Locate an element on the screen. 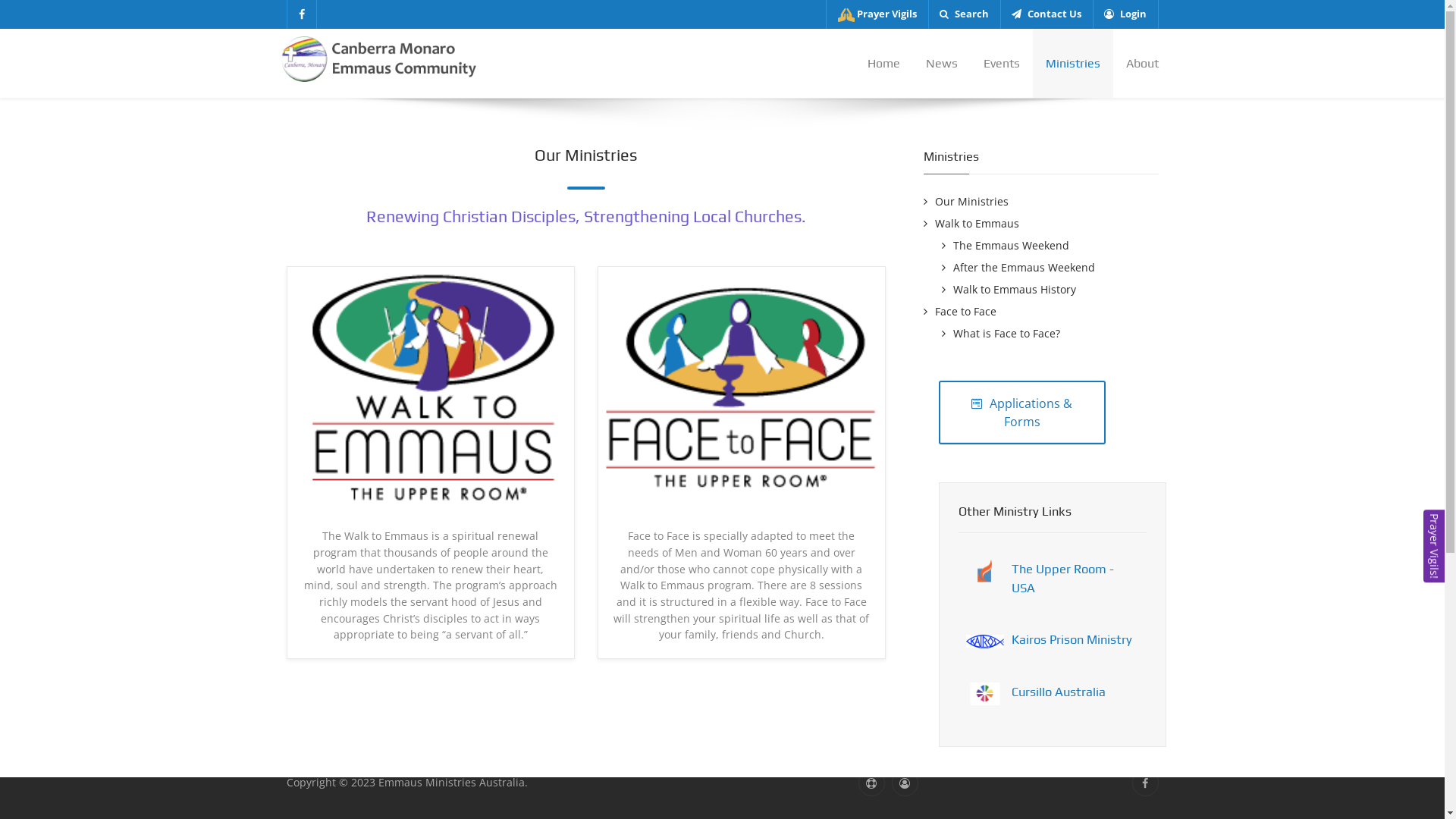  'Canberra Monaro Facebook Page' is located at coordinates (1144, 783).